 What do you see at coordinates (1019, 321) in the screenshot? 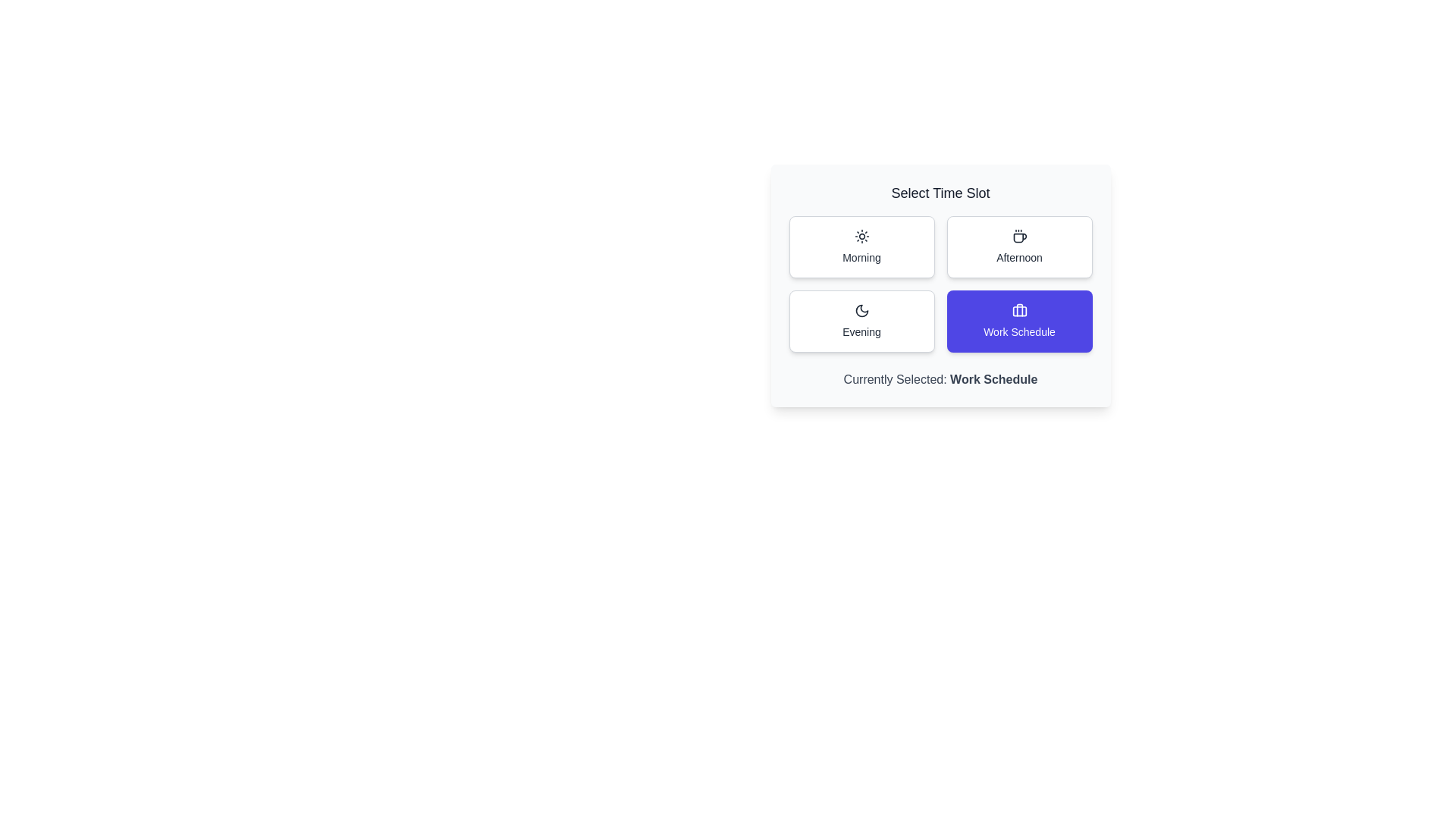
I see `the time slot by clicking on the button labeled Work Schedule` at bounding box center [1019, 321].